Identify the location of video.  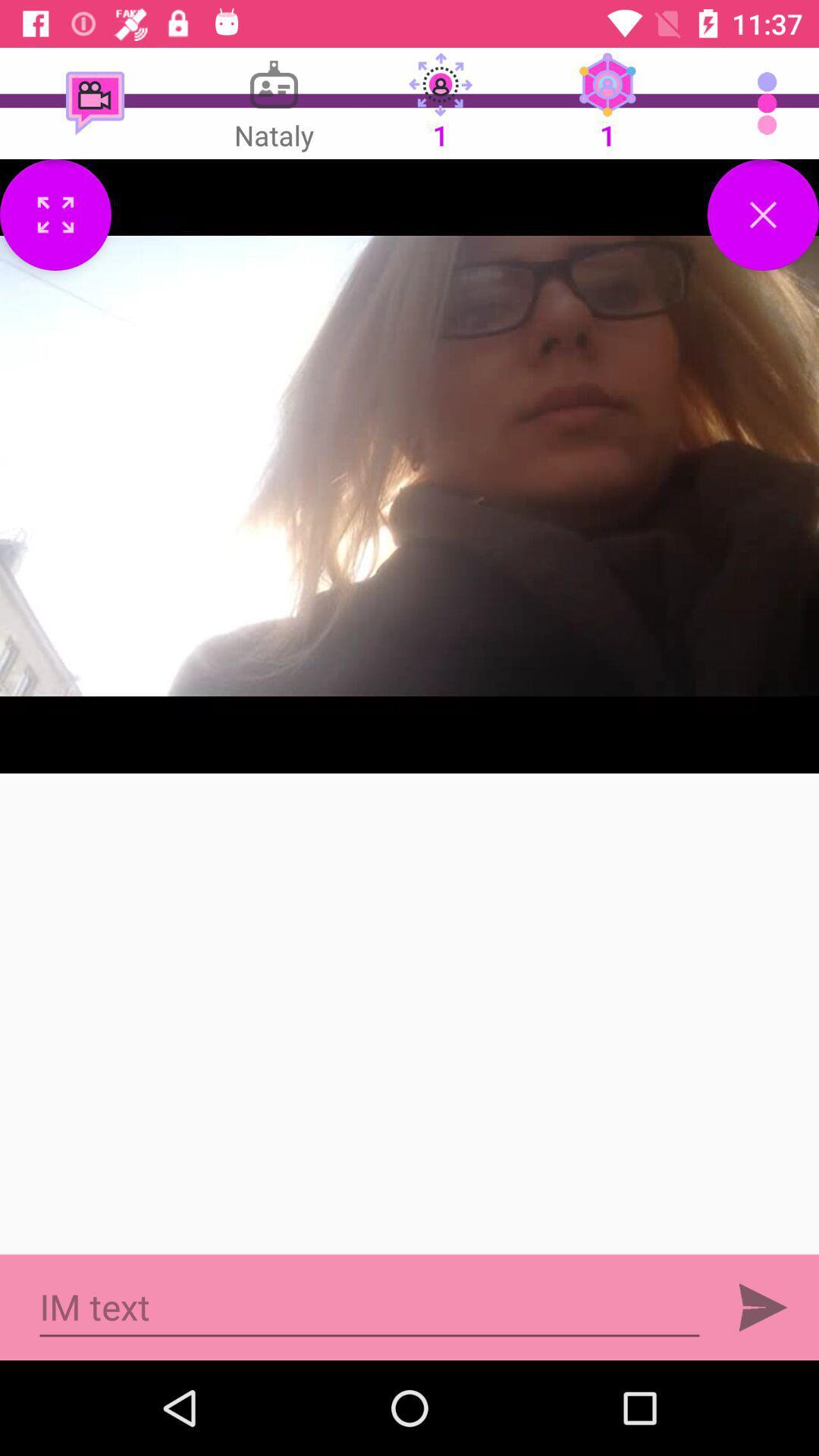
(763, 214).